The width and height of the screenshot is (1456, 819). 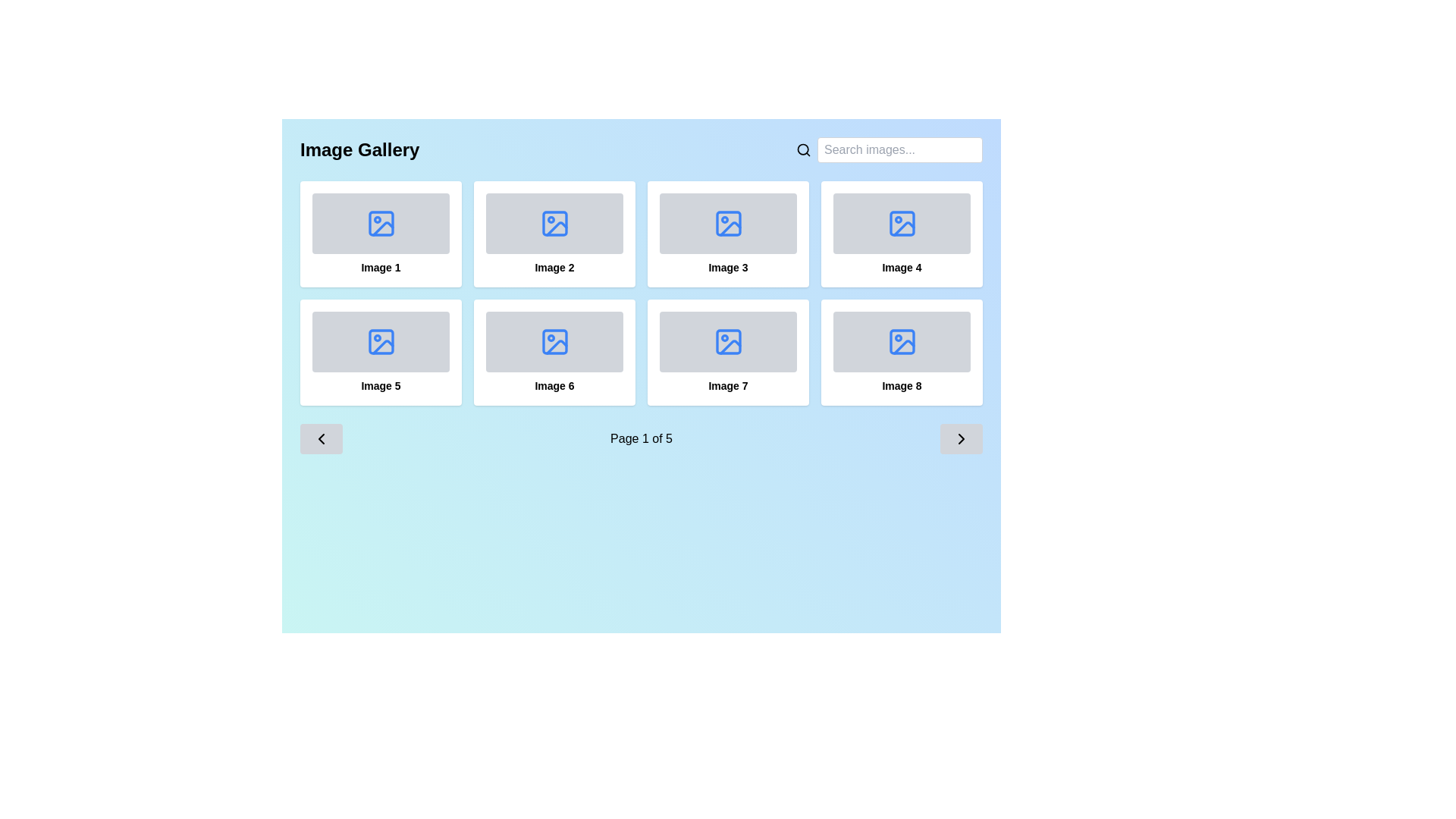 What do you see at coordinates (902, 353) in the screenshot?
I see `the card labeled 'Image 8' located in the bottom-right corner of the grid` at bounding box center [902, 353].